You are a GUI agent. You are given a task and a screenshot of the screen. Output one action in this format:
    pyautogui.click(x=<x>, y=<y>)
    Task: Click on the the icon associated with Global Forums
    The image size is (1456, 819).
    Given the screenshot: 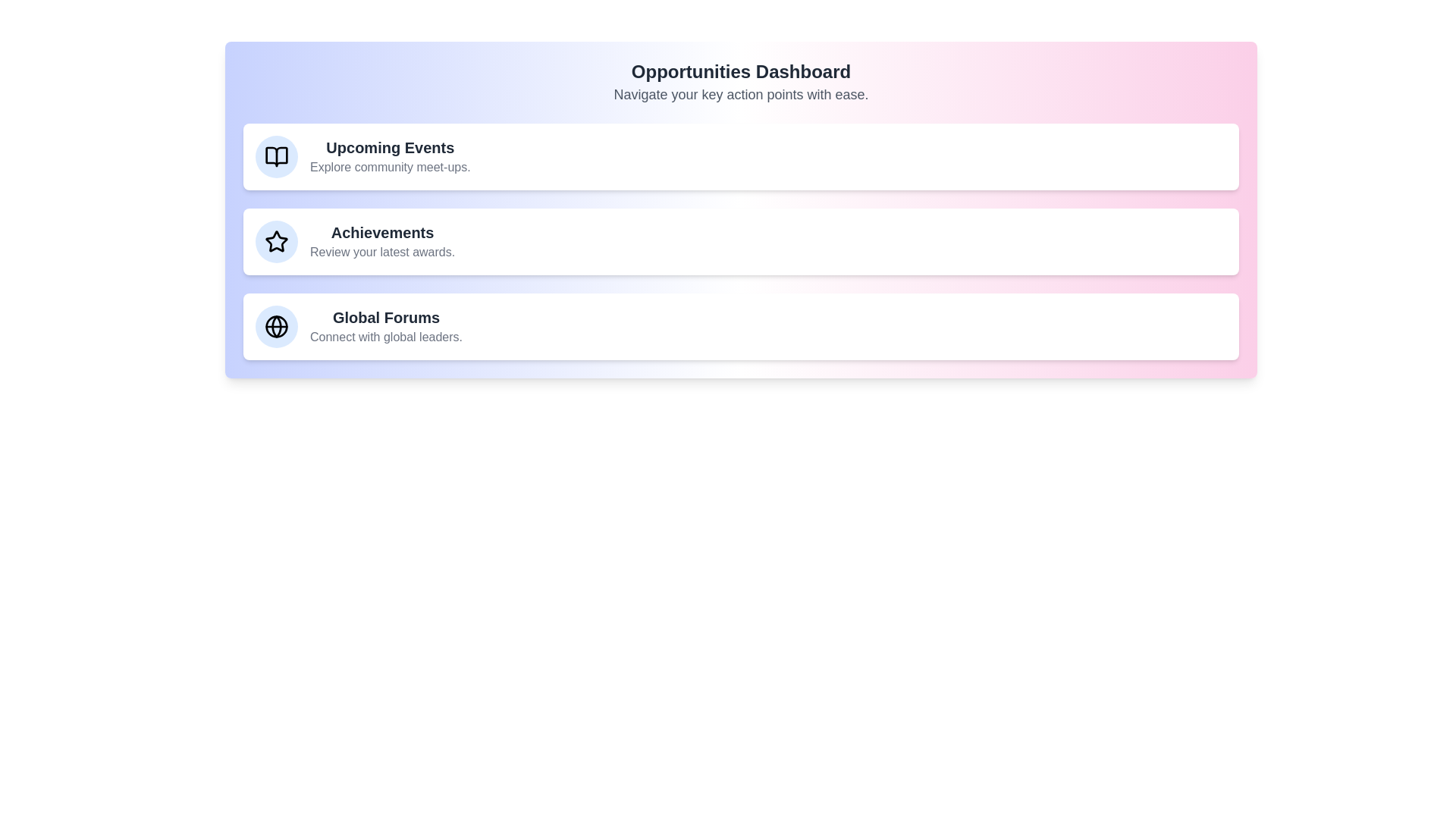 What is the action you would take?
    pyautogui.click(x=276, y=326)
    